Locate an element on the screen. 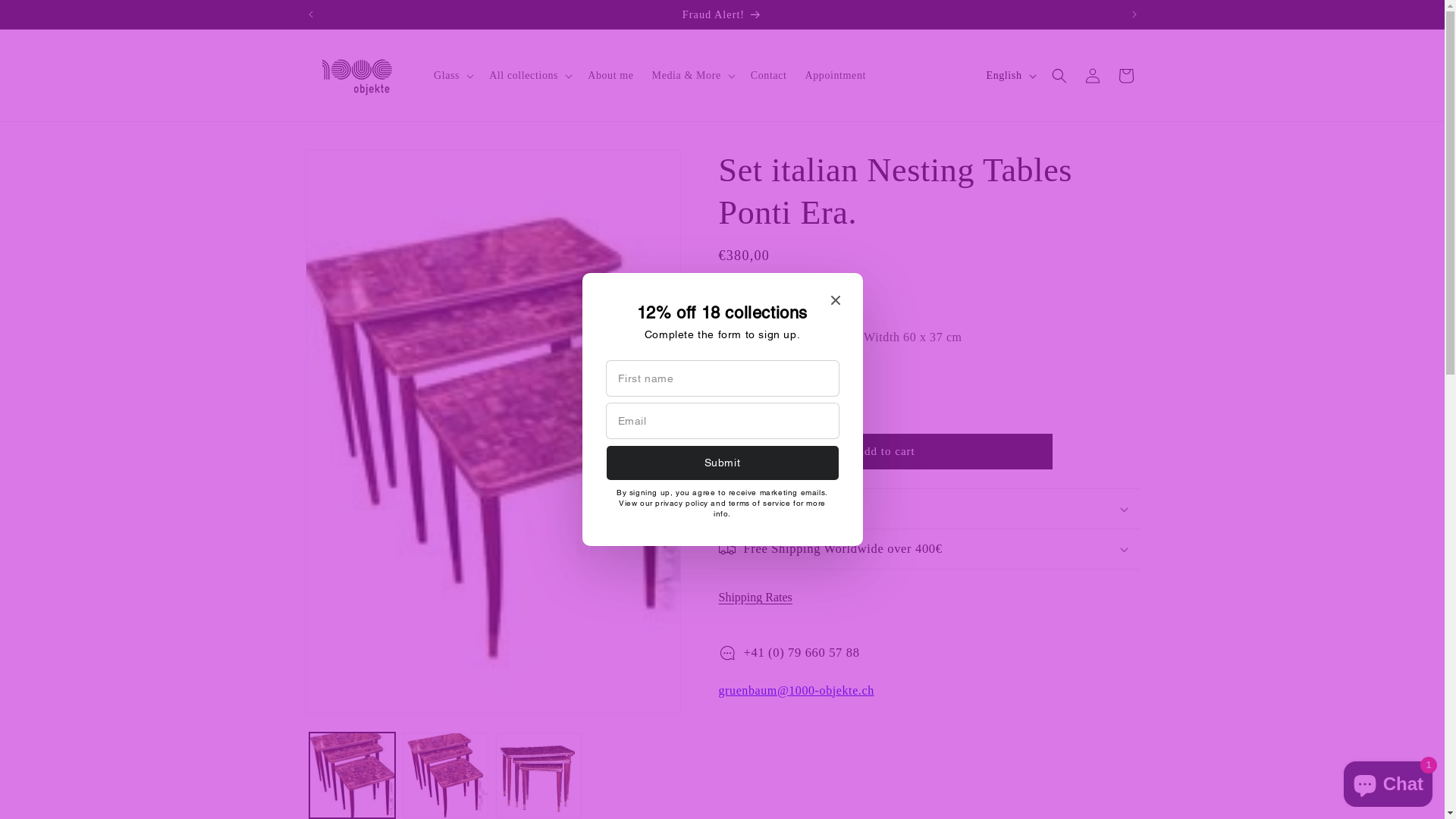 This screenshot has height=819, width=1456. 'Skip to product information' is located at coordinates (350, 166).